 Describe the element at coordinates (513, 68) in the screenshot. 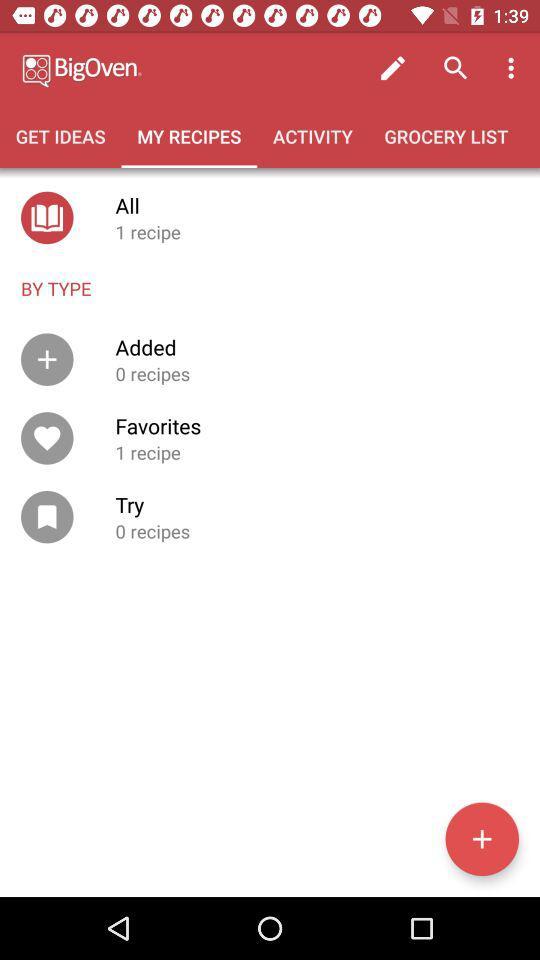

I see `the item above the grocery list` at that location.